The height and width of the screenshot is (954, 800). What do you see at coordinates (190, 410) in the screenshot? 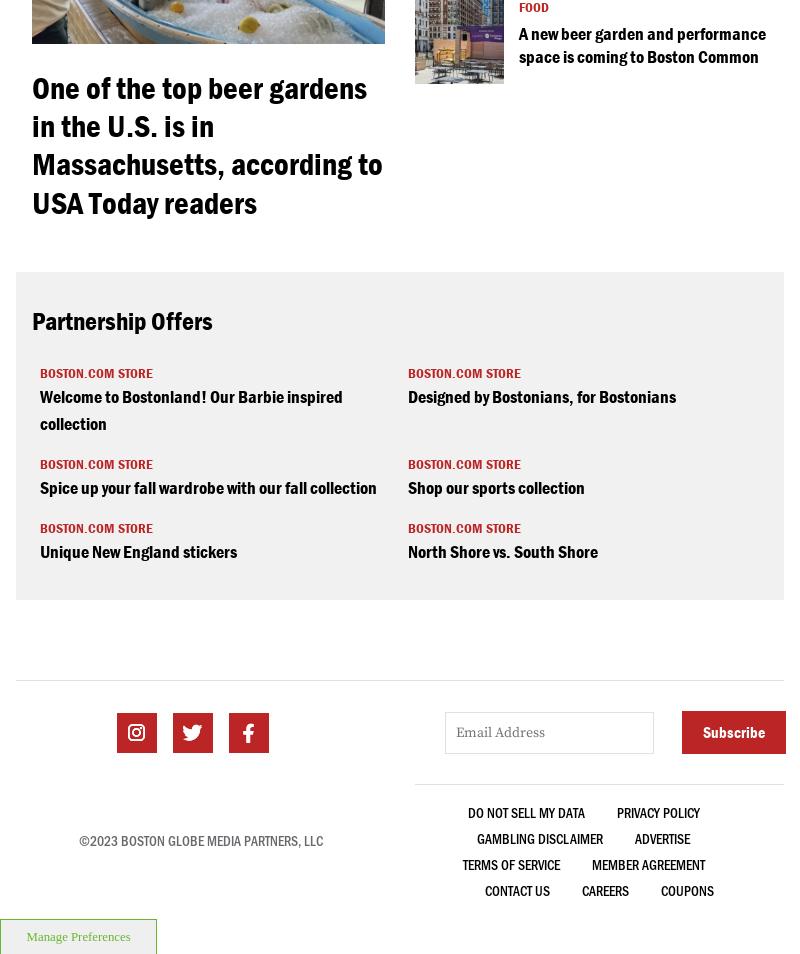
I see `'Welcome to Bostonland! Our Barbie inspired collection'` at bounding box center [190, 410].